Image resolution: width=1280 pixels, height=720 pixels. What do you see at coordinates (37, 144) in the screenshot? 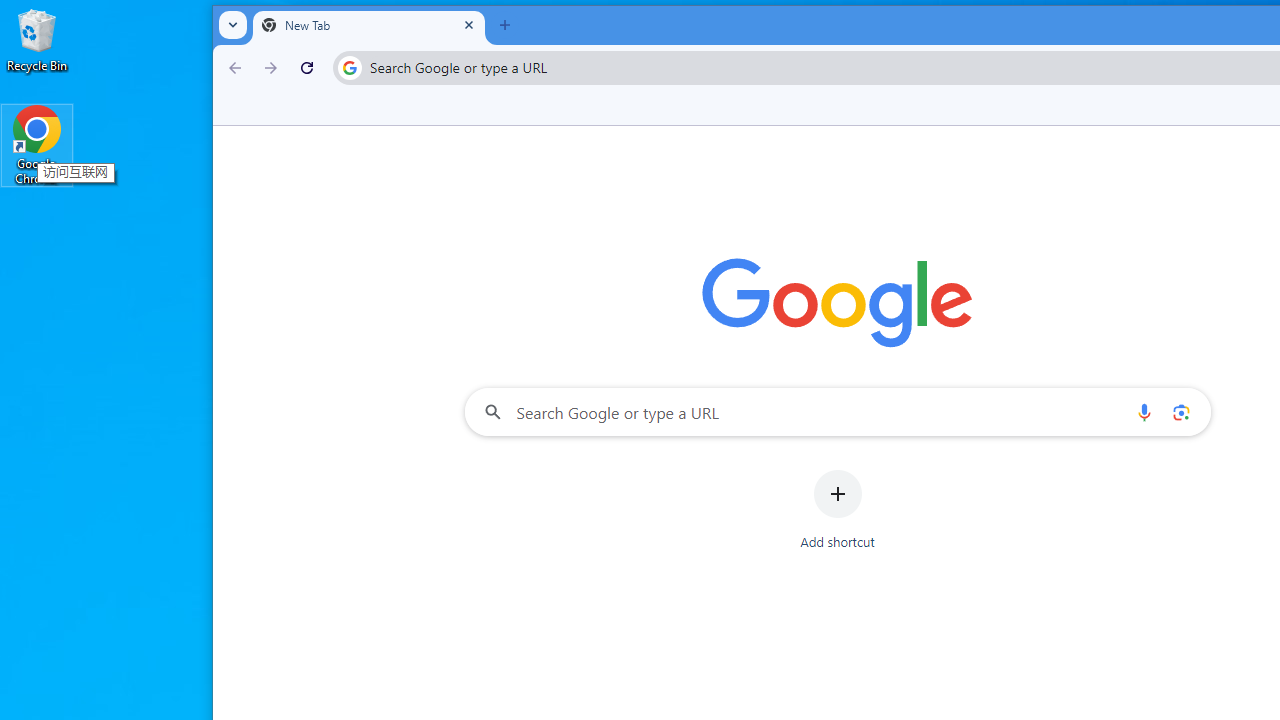
I see `'Google Chrome'` at bounding box center [37, 144].